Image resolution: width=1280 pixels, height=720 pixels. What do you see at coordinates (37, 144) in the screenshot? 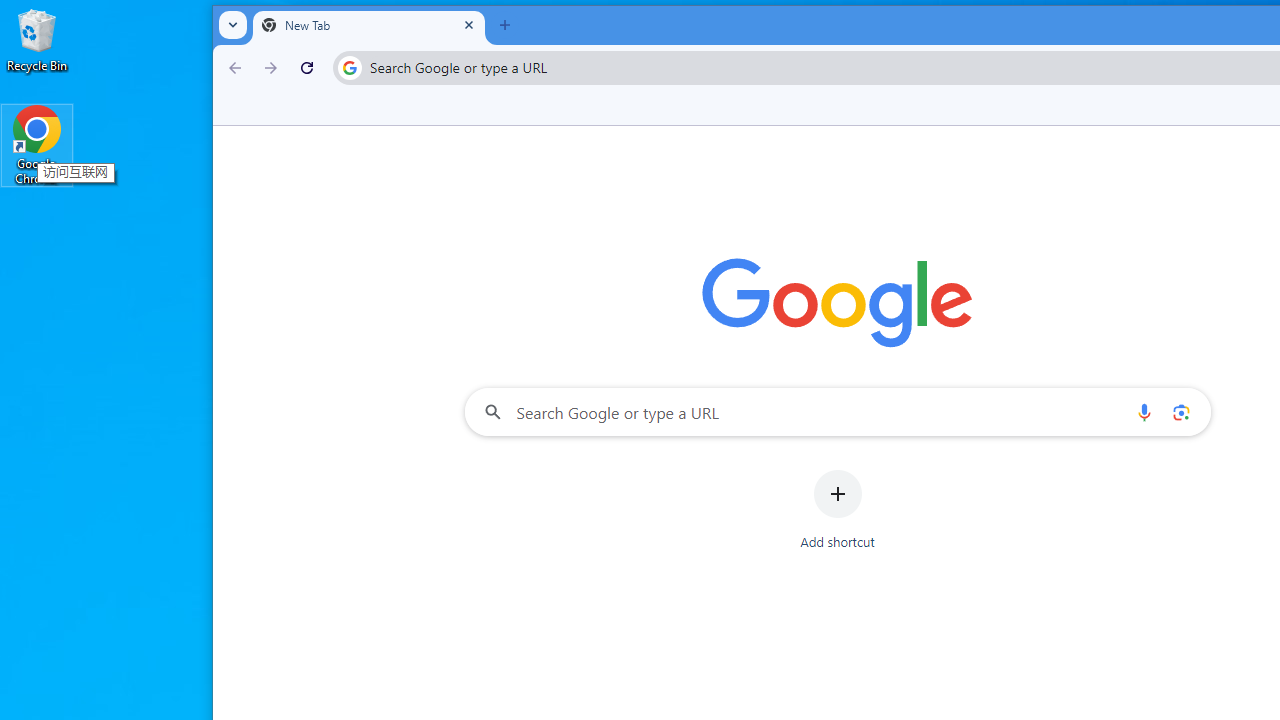
I see `'Google Chrome'` at bounding box center [37, 144].